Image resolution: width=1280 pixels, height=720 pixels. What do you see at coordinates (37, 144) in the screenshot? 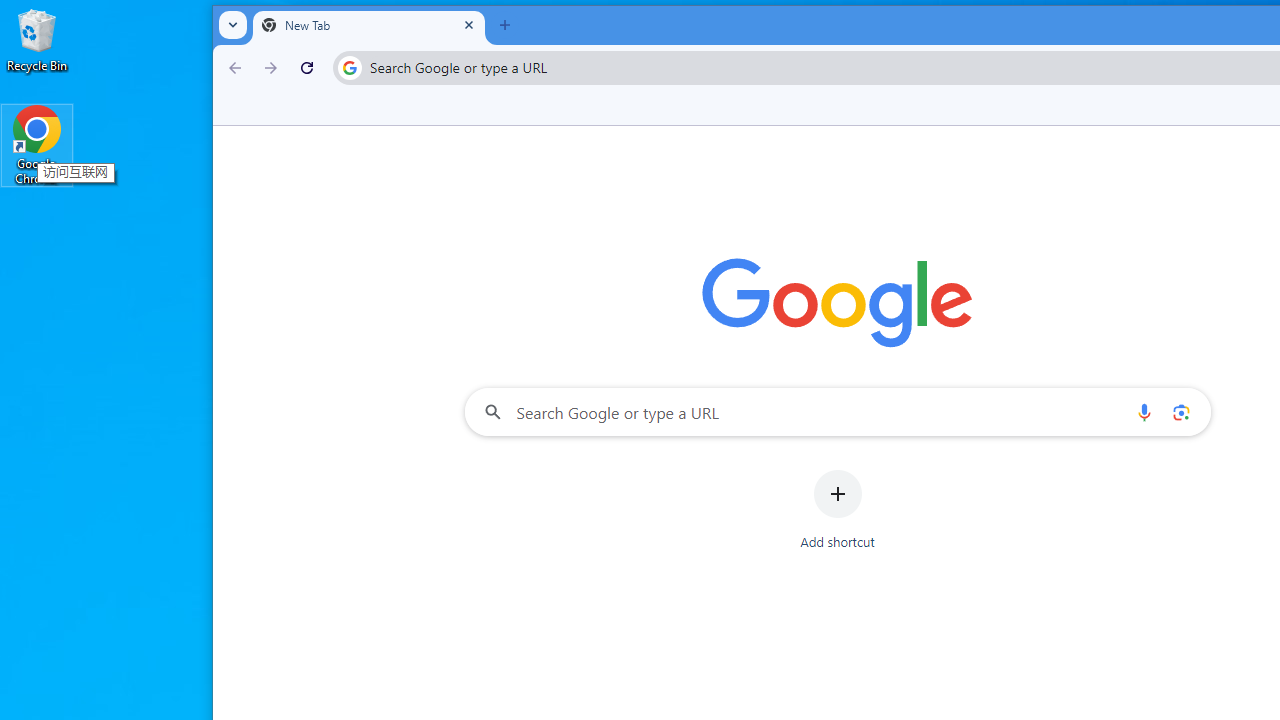
I see `'Google Chrome'` at bounding box center [37, 144].